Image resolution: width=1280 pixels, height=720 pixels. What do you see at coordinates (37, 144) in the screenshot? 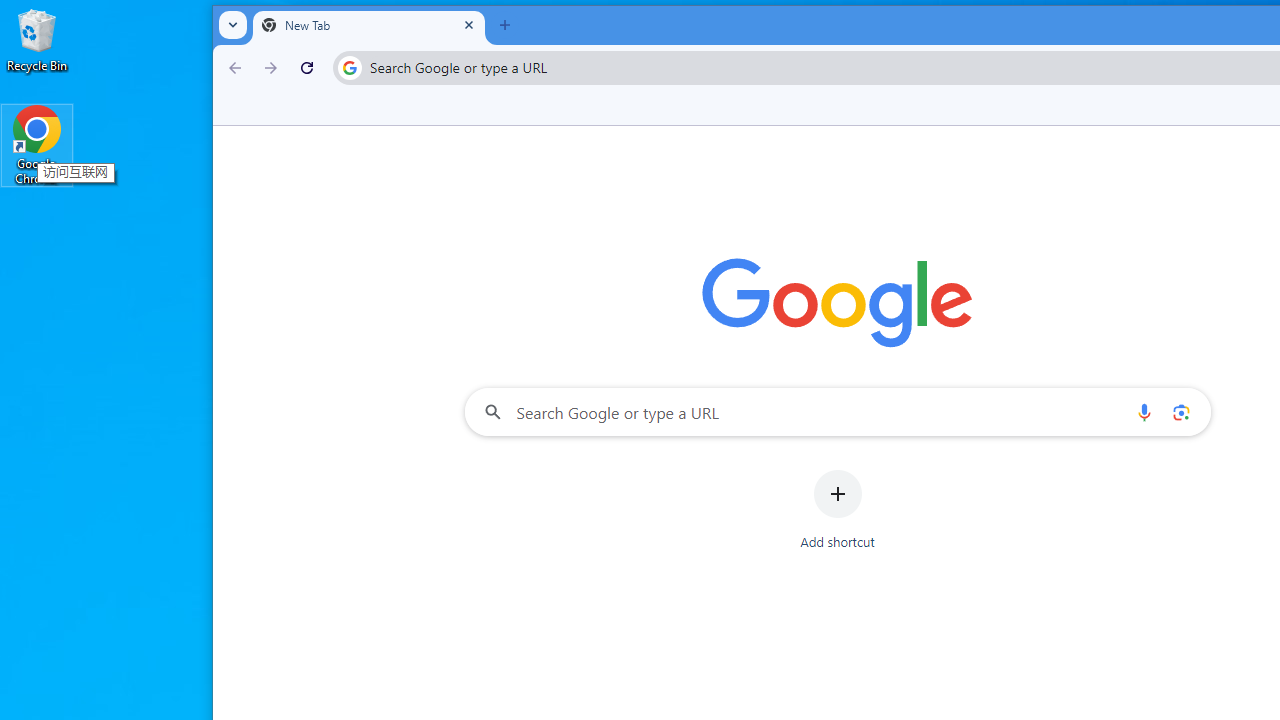
I see `'Google Chrome'` at bounding box center [37, 144].